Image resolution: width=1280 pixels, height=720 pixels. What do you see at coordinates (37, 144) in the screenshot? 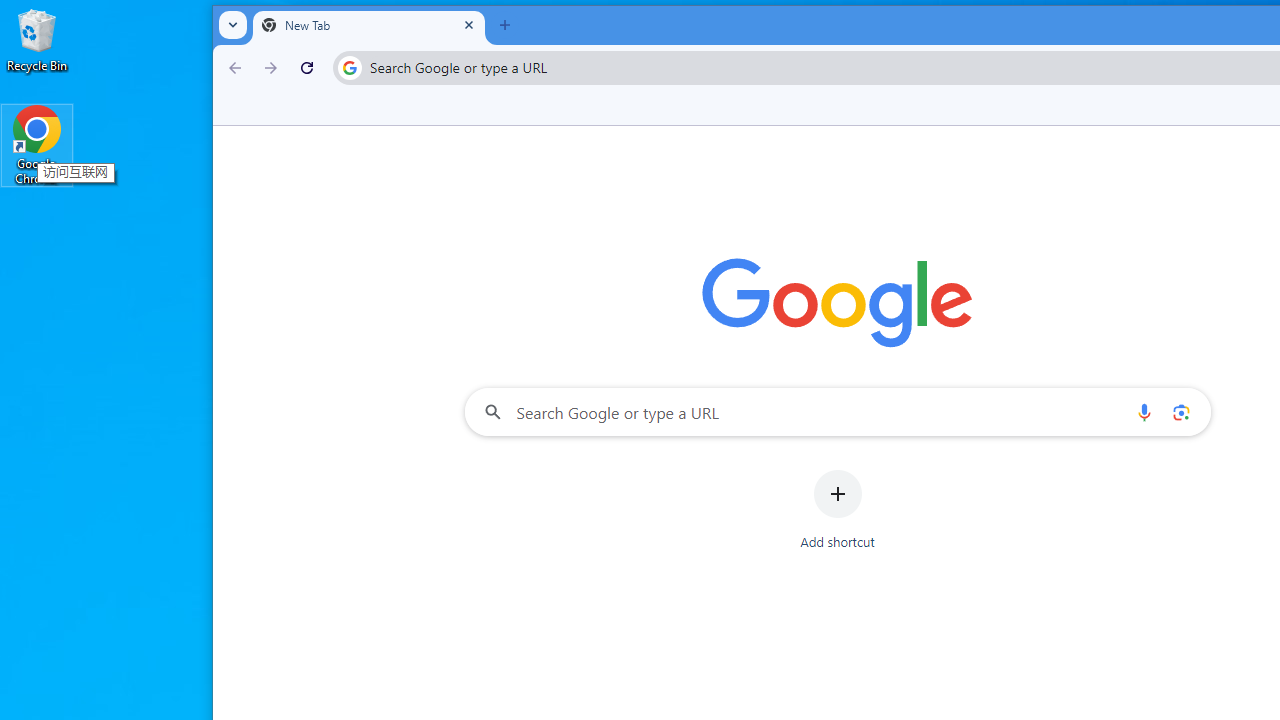
I see `'Google Chrome'` at bounding box center [37, 144].